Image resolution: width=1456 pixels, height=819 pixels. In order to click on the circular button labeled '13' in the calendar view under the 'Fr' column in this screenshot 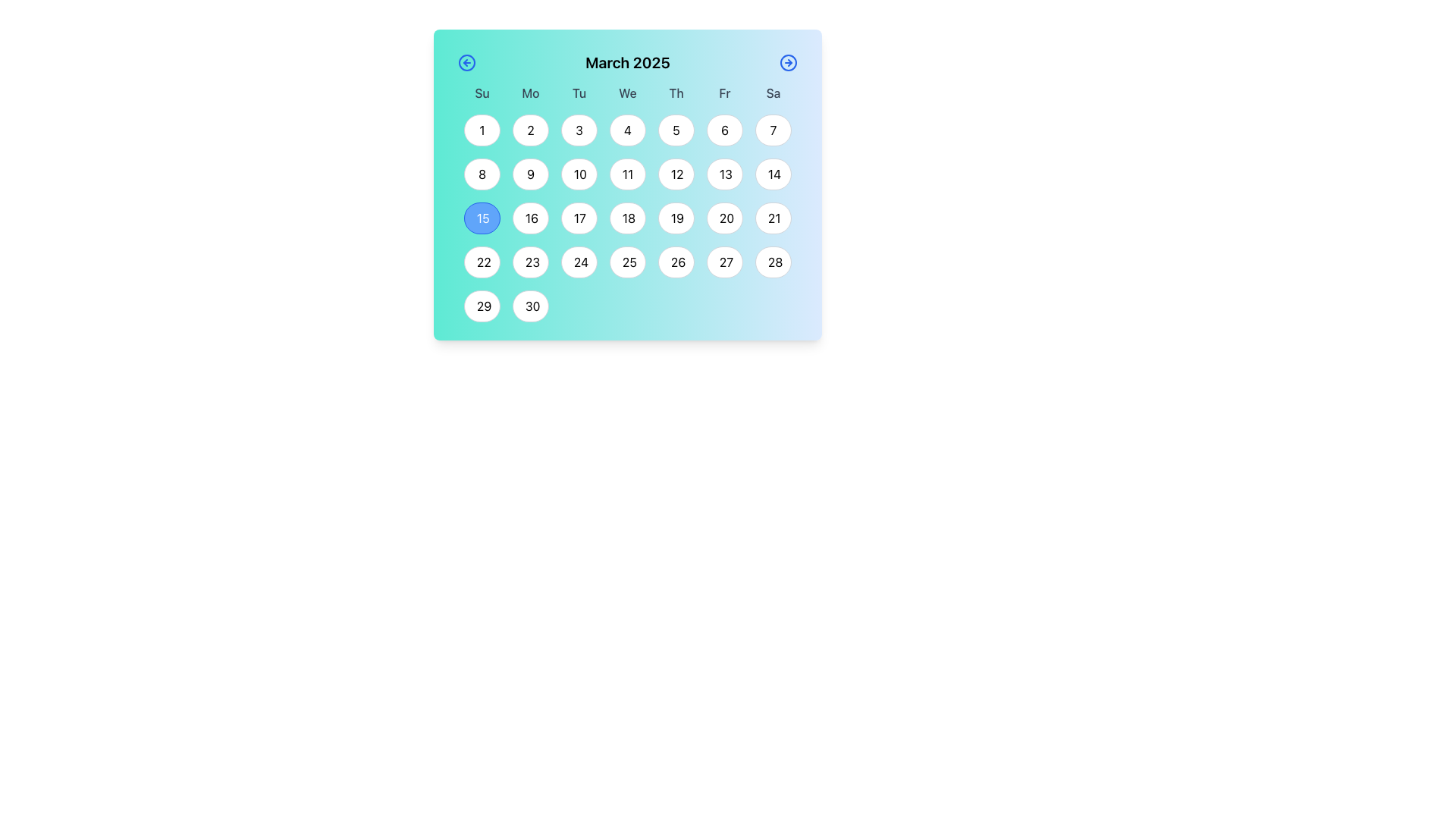, I will do `click(723, 174)`.